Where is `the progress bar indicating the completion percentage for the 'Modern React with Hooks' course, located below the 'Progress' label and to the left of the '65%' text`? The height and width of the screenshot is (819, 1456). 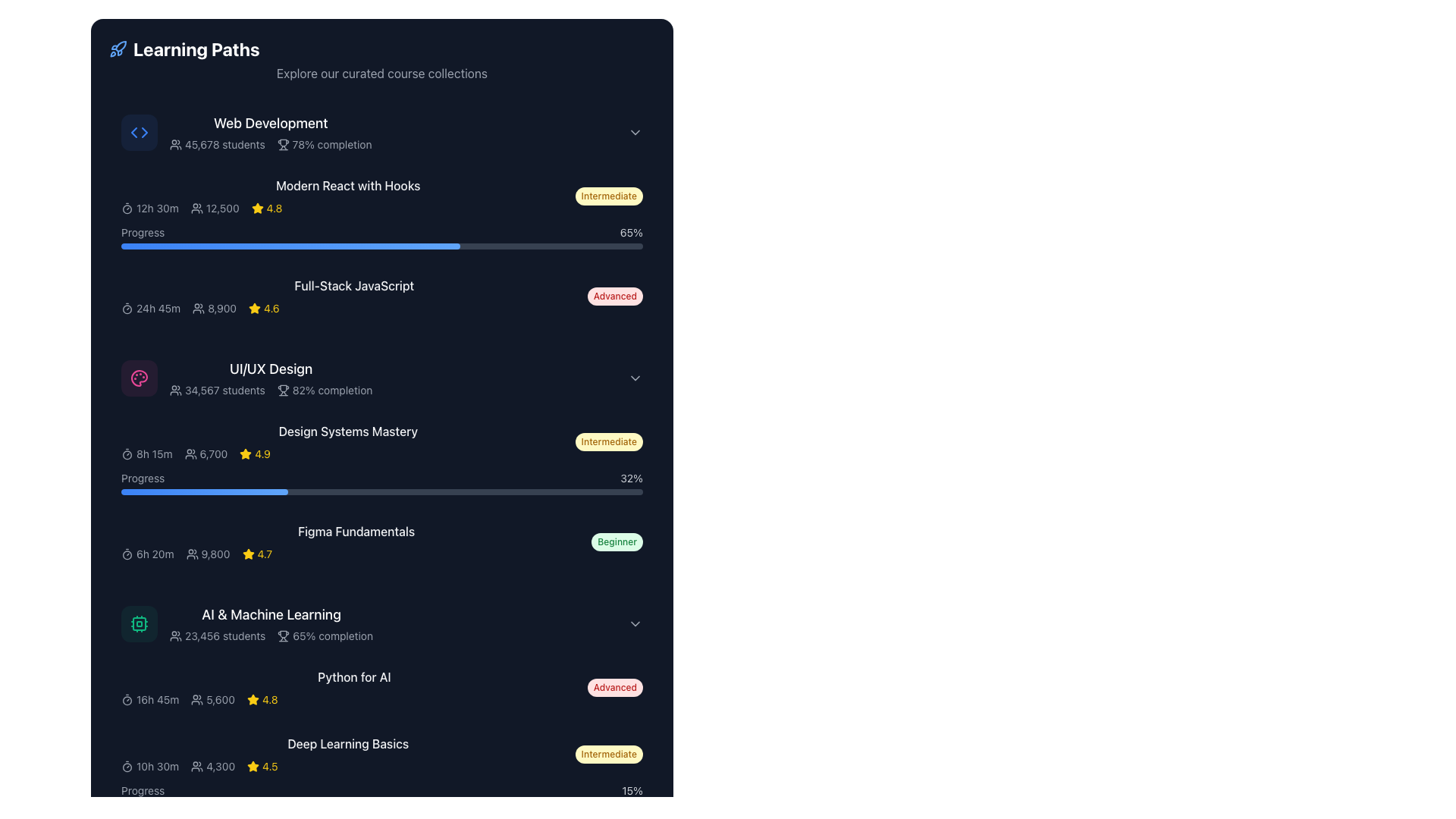 the progress bar indicating the completion percentage for the 'Modern React with Hooks' course, located below the 'Progress' label and to the left of the '65%' text is located at coordinates (382, 245).